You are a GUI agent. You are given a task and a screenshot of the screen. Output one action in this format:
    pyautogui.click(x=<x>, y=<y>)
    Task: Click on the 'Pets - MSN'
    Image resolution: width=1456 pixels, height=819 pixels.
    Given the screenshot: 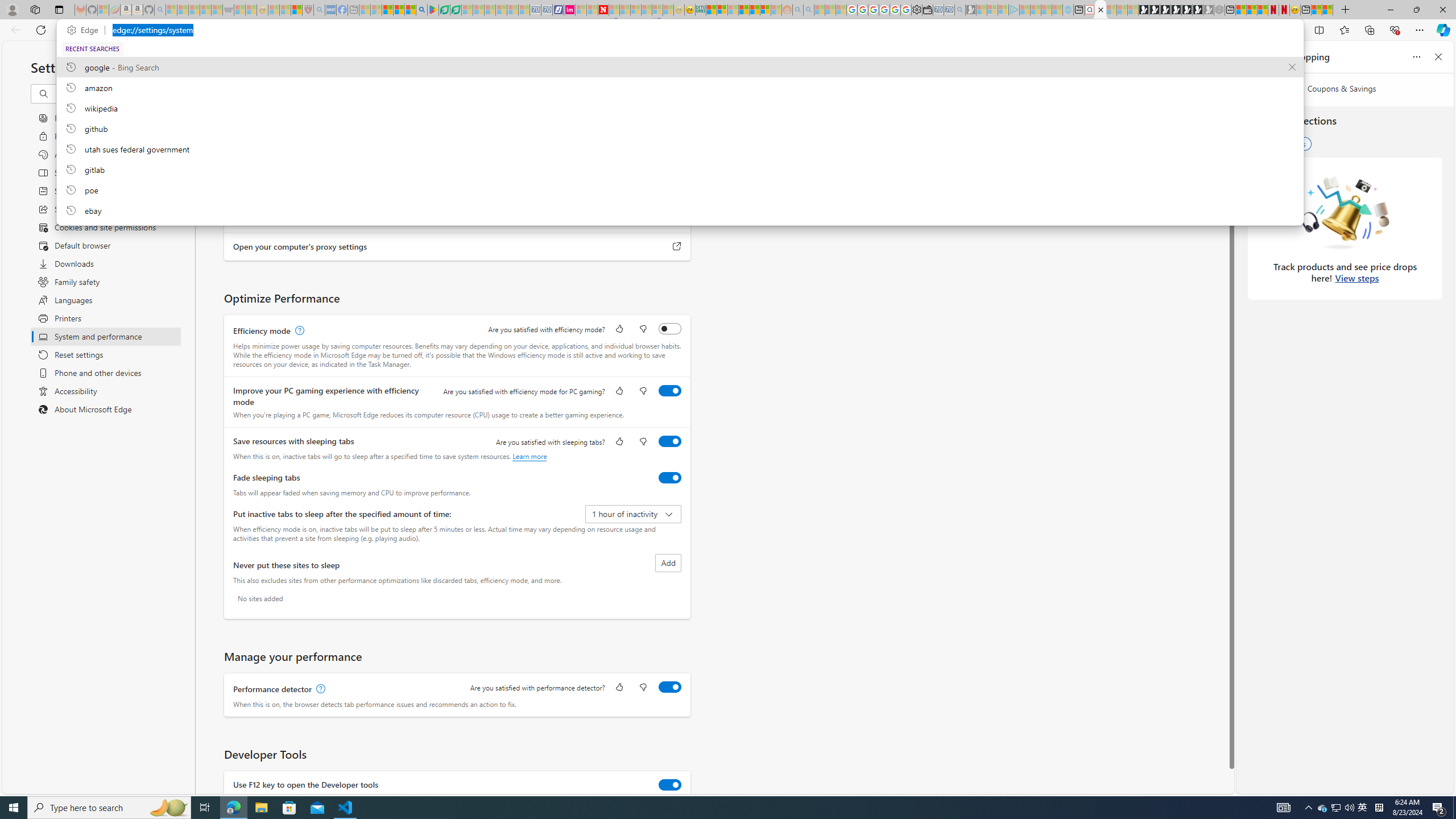 What is the action you would take?
    pyautogui.click(x=399, y=9)
    